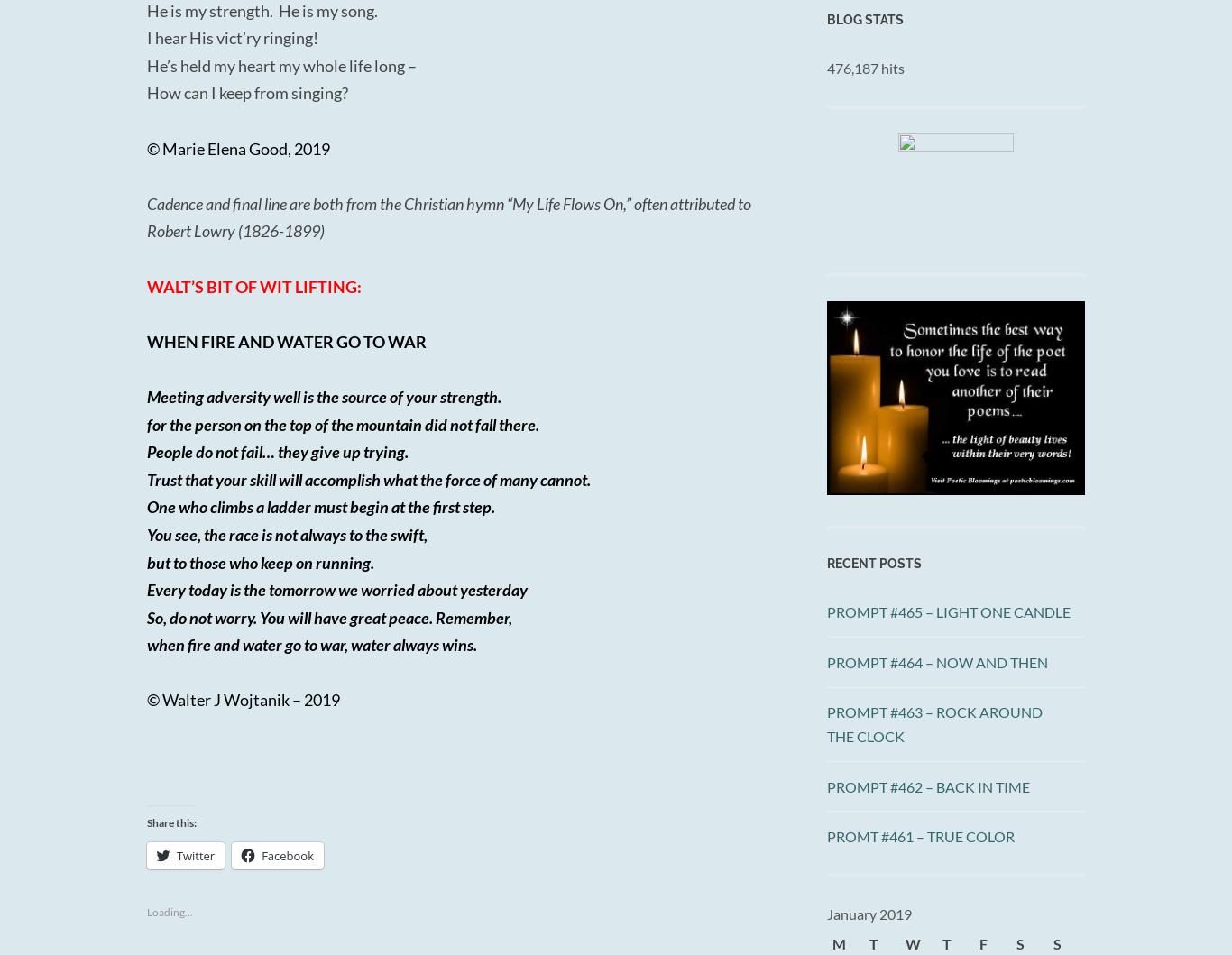 The width and height of the screenshot is (1232, 955). I want to click on 'Facebook', so click(262, 855).